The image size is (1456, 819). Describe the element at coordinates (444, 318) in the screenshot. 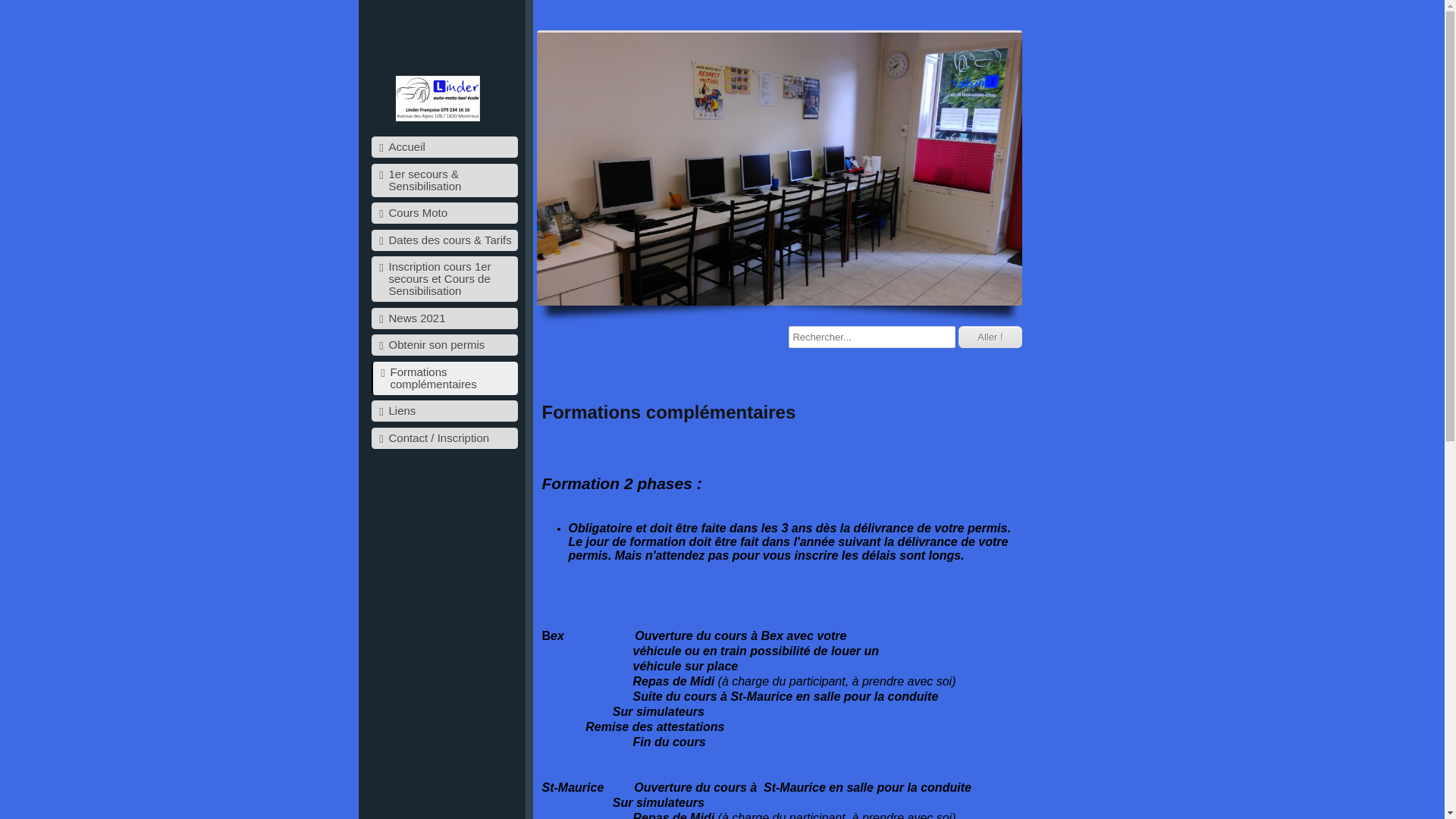

I see `'News 2021'` at that location.